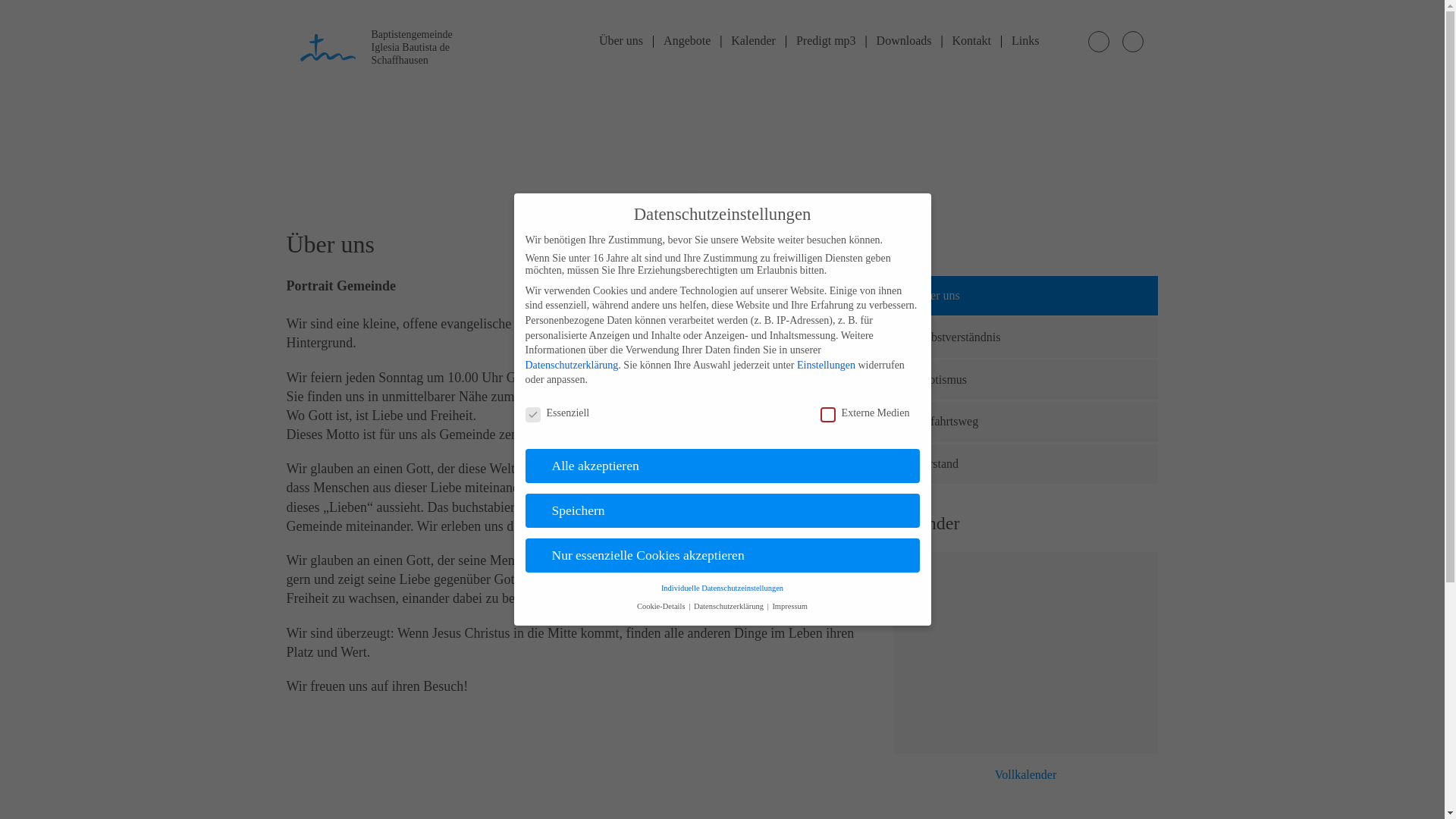 The height and width of the screenshot is (819, 1456). Describe the element at coordinates (893, 421) in the screenshot. I see `'Anfahrtsweg'` at that location.